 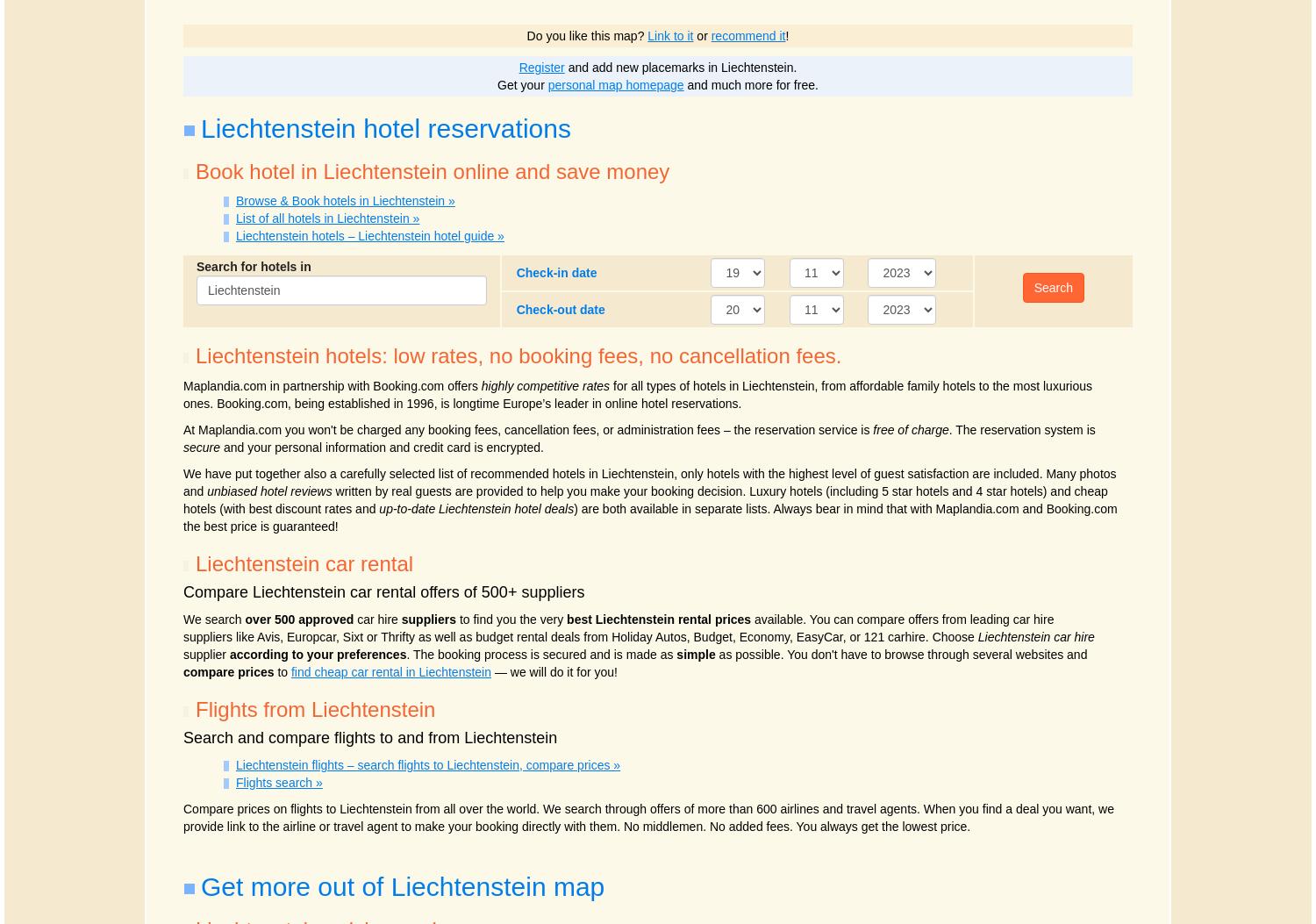 I want to click on 'and much more for free.', so click(x=683, y=84).